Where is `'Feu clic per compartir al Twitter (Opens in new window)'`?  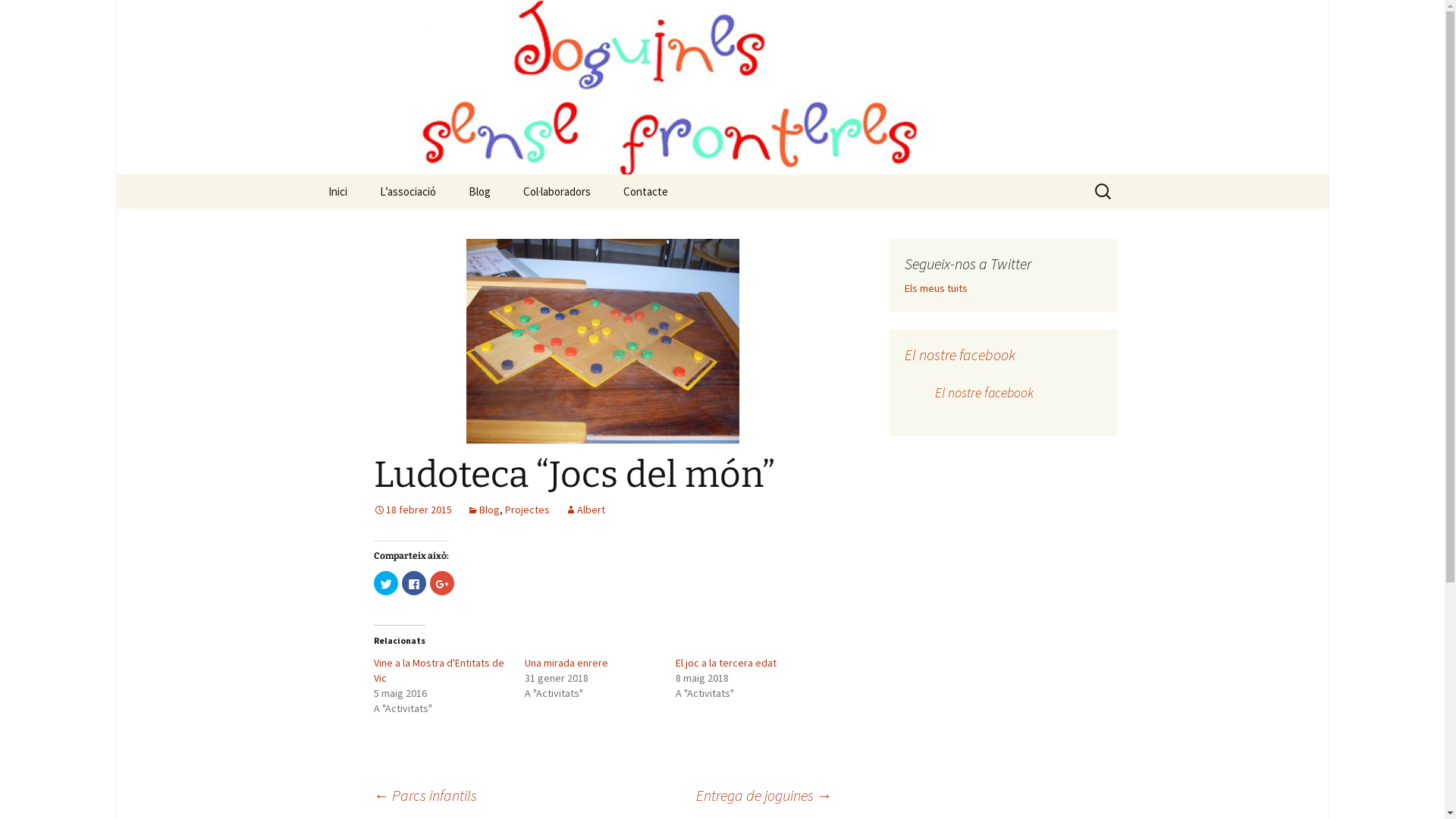 'Feu clic per compartir al Twitter (Opens in new window)' is located at coordinates (385, 582).